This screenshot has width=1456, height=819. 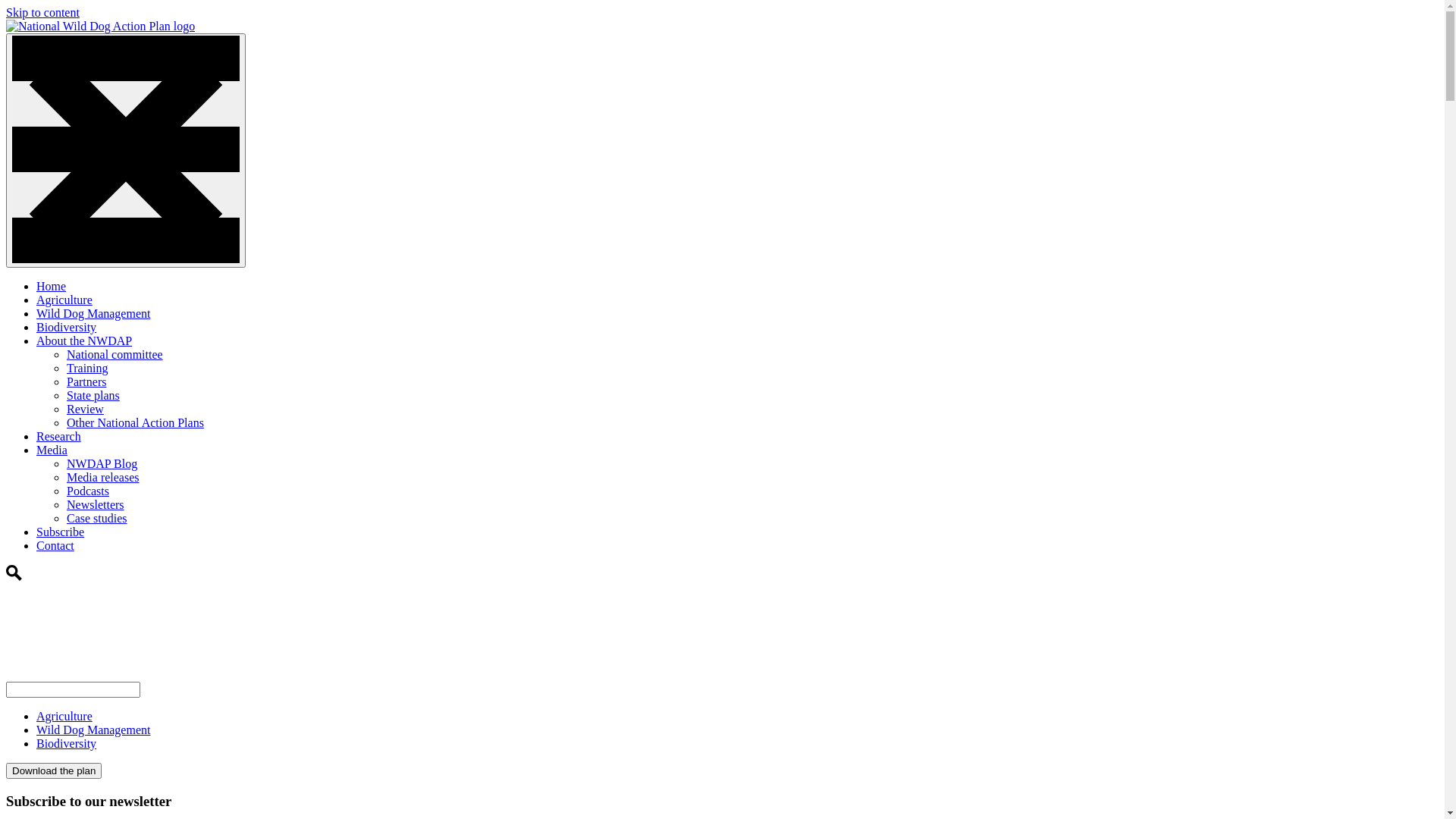 What do you see at coordinates (102, 476) in the screenshot?
I see `'Media releases'` at bounding box center [102, 476].